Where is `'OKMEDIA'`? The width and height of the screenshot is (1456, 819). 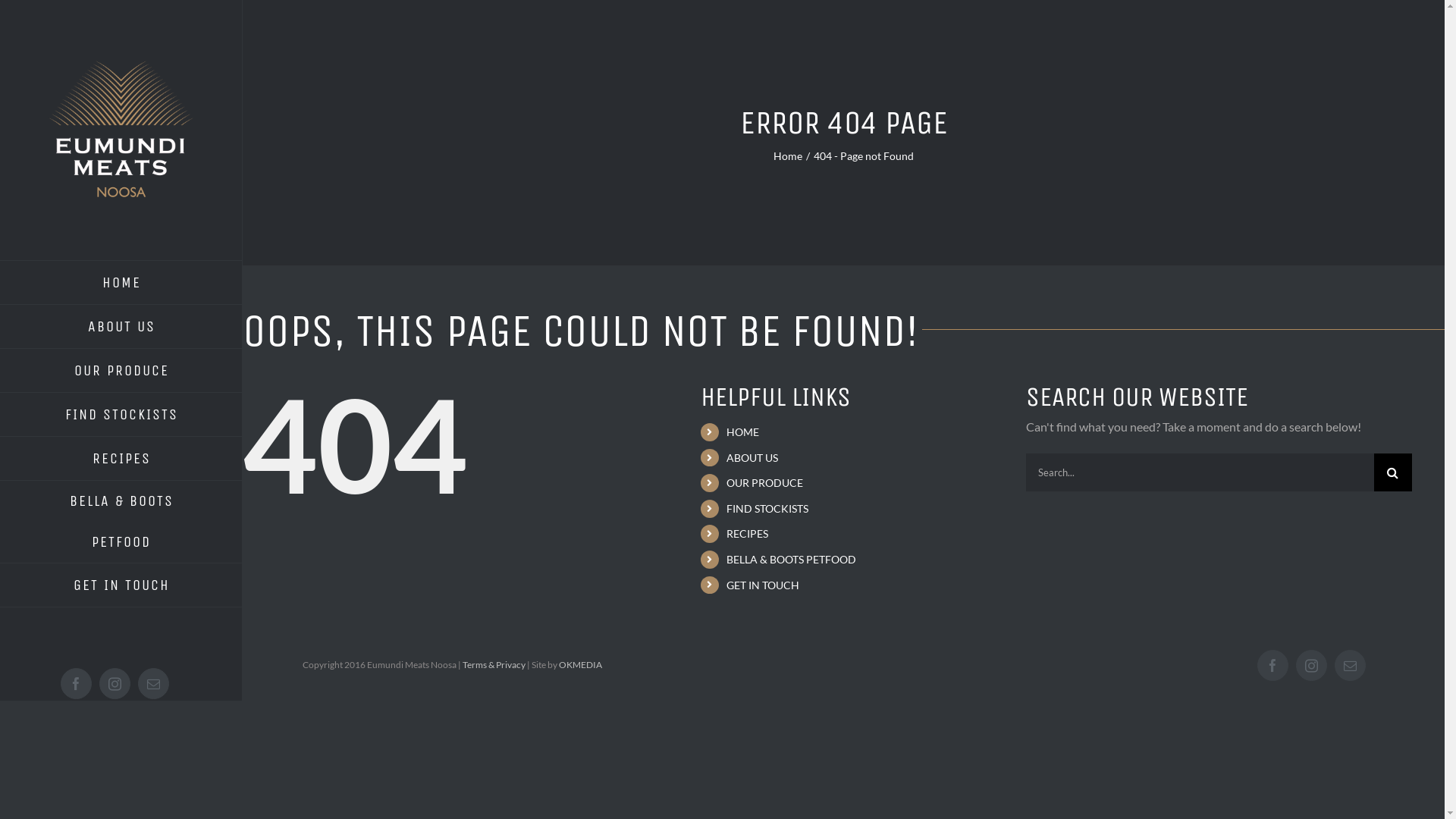
'OKMEDIA' is located at coordinates (579, 664).